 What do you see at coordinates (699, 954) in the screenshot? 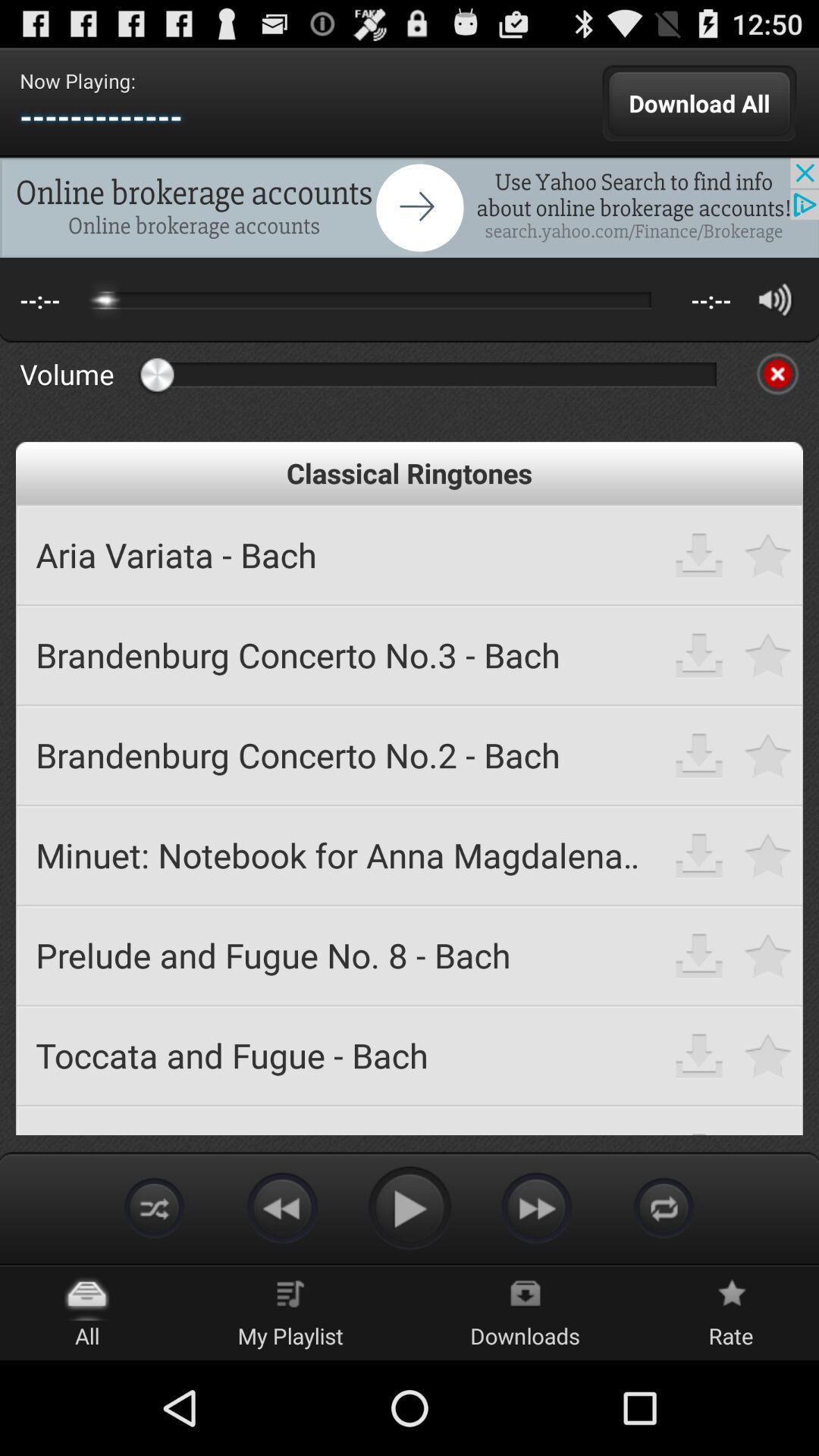
I see `download song` at bounding box center [699, 954].